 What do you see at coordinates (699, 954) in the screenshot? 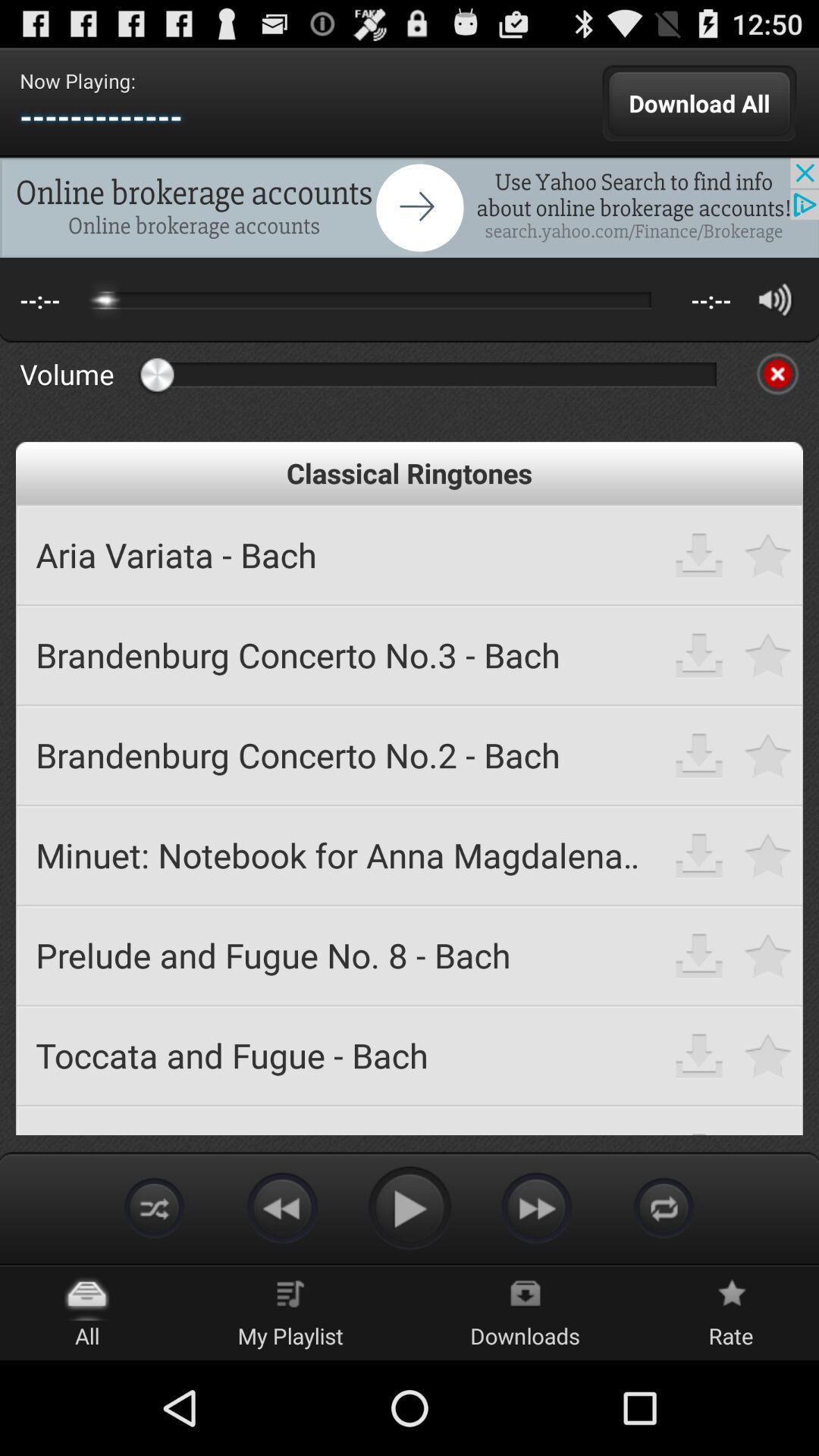
I see `download song` at bounding box center [699, 954].